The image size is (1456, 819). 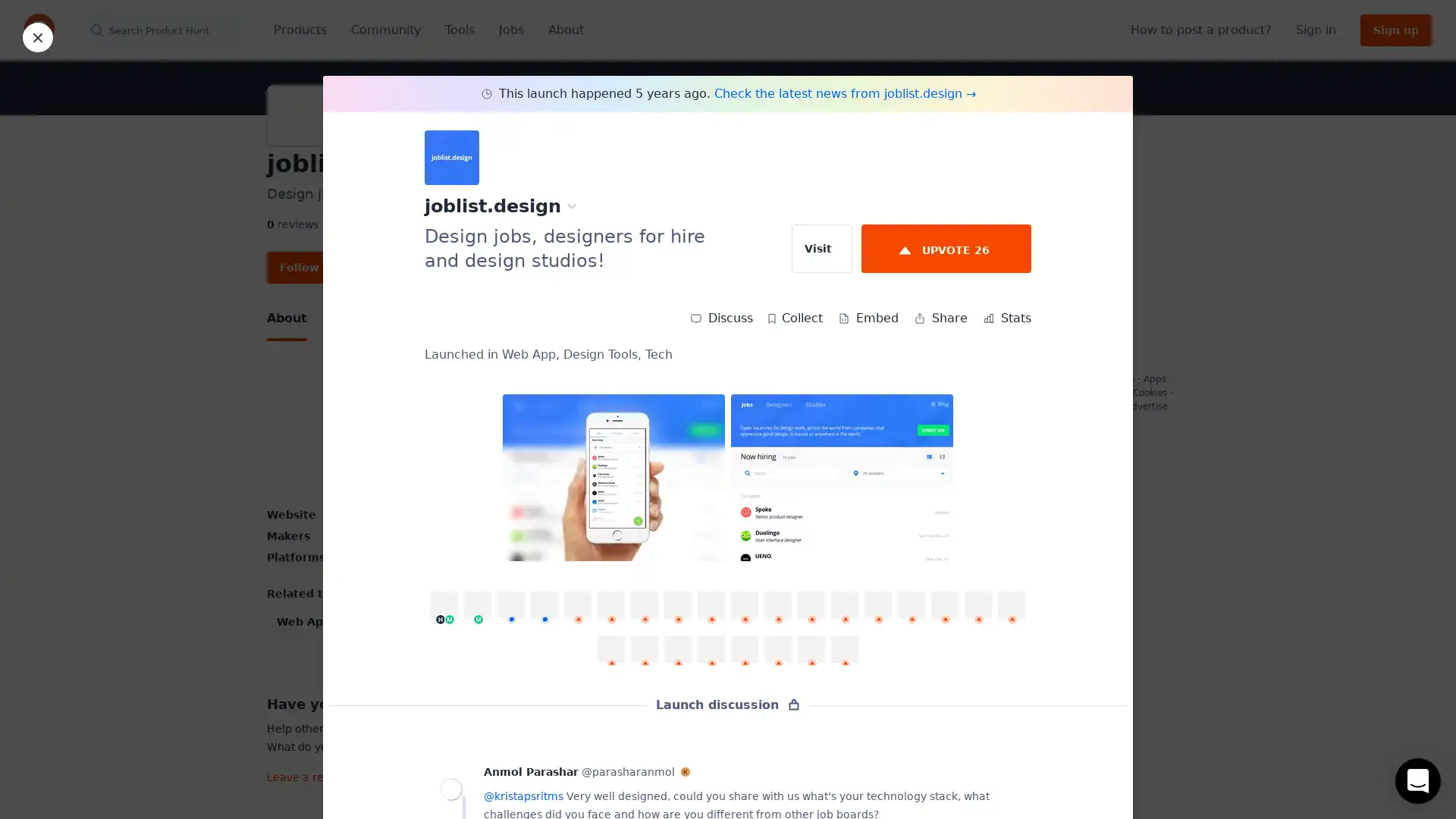 I want to click on UPVOTE 26, so click(x=946, y=247).